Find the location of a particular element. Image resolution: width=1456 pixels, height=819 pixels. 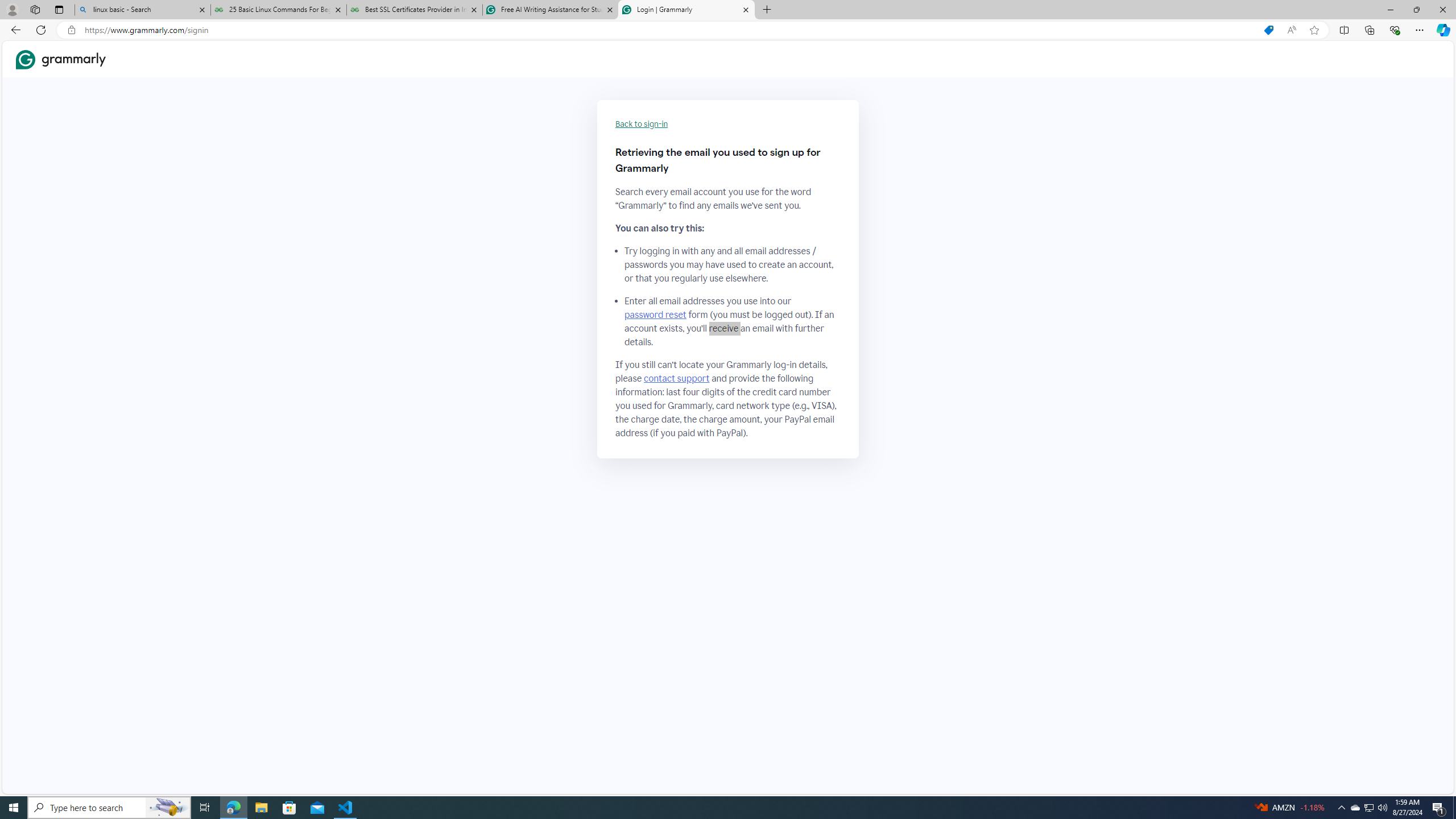

'Best SSL Certificates Provider in India - GeeksforGeeks' is located at coordinates (415, 9).